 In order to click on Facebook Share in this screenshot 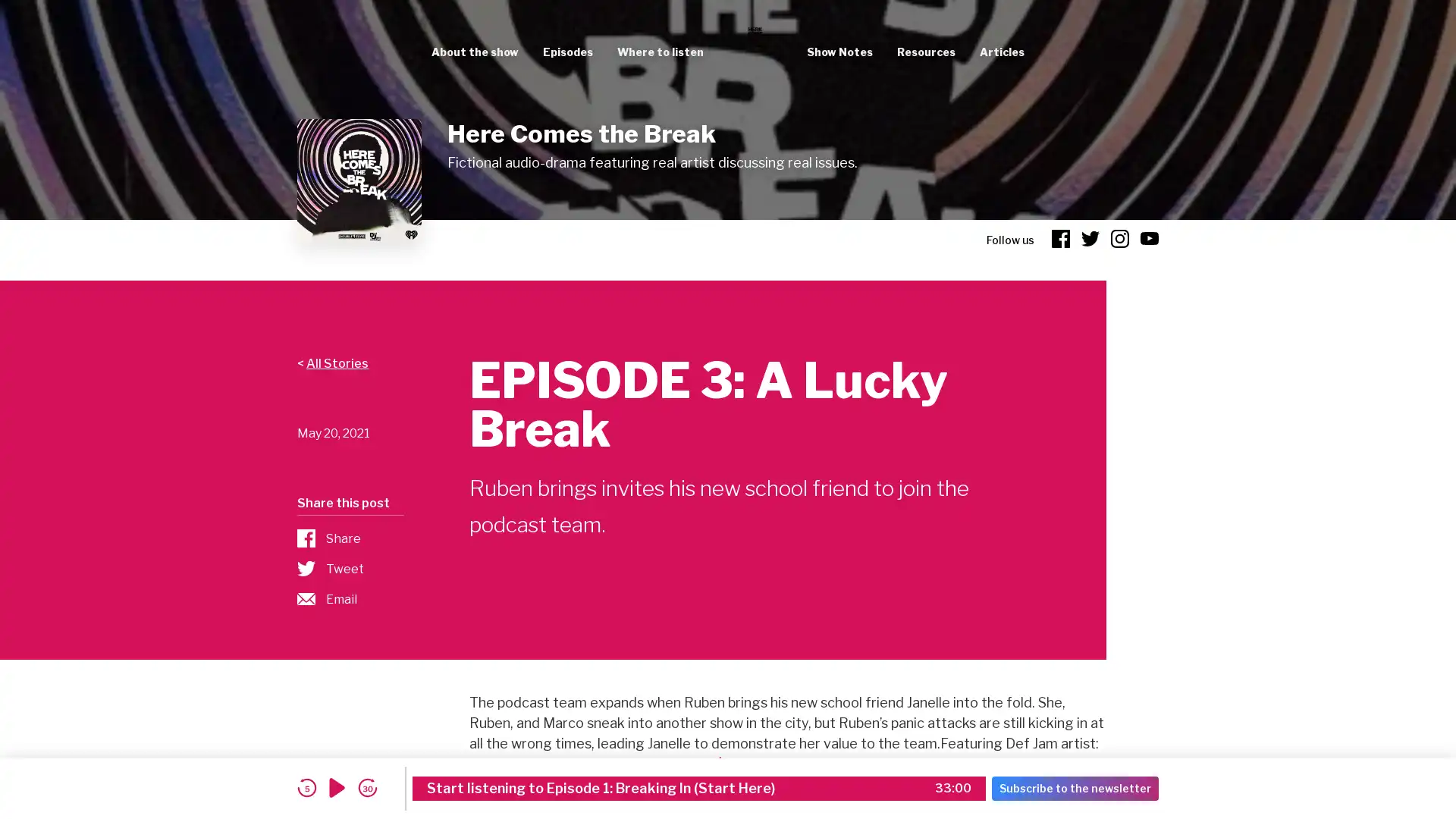, I will do `click(349, 537)`.